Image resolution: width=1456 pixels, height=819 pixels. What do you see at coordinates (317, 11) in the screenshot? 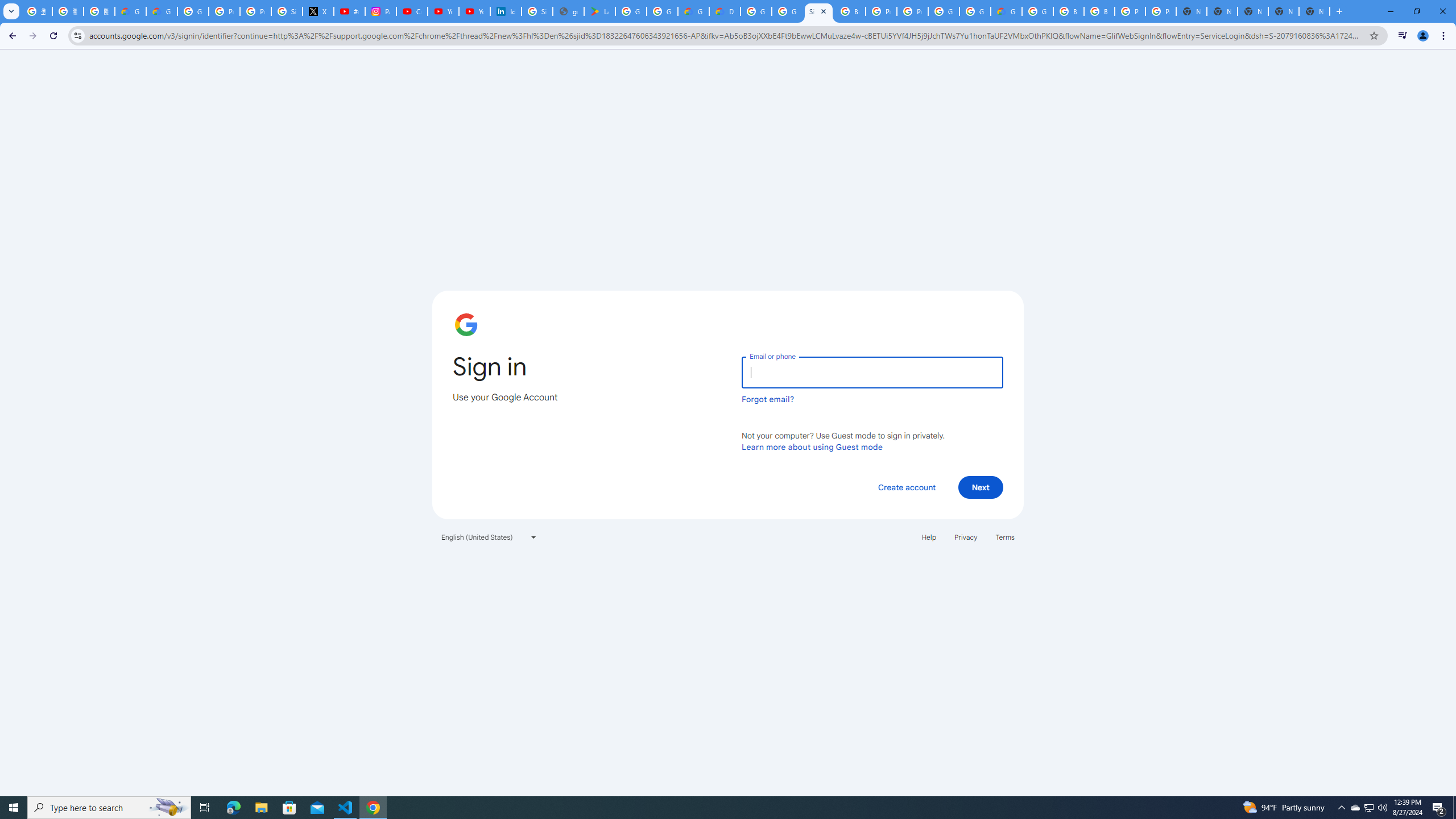
I see `'X'` at bounding box center [317, 11].